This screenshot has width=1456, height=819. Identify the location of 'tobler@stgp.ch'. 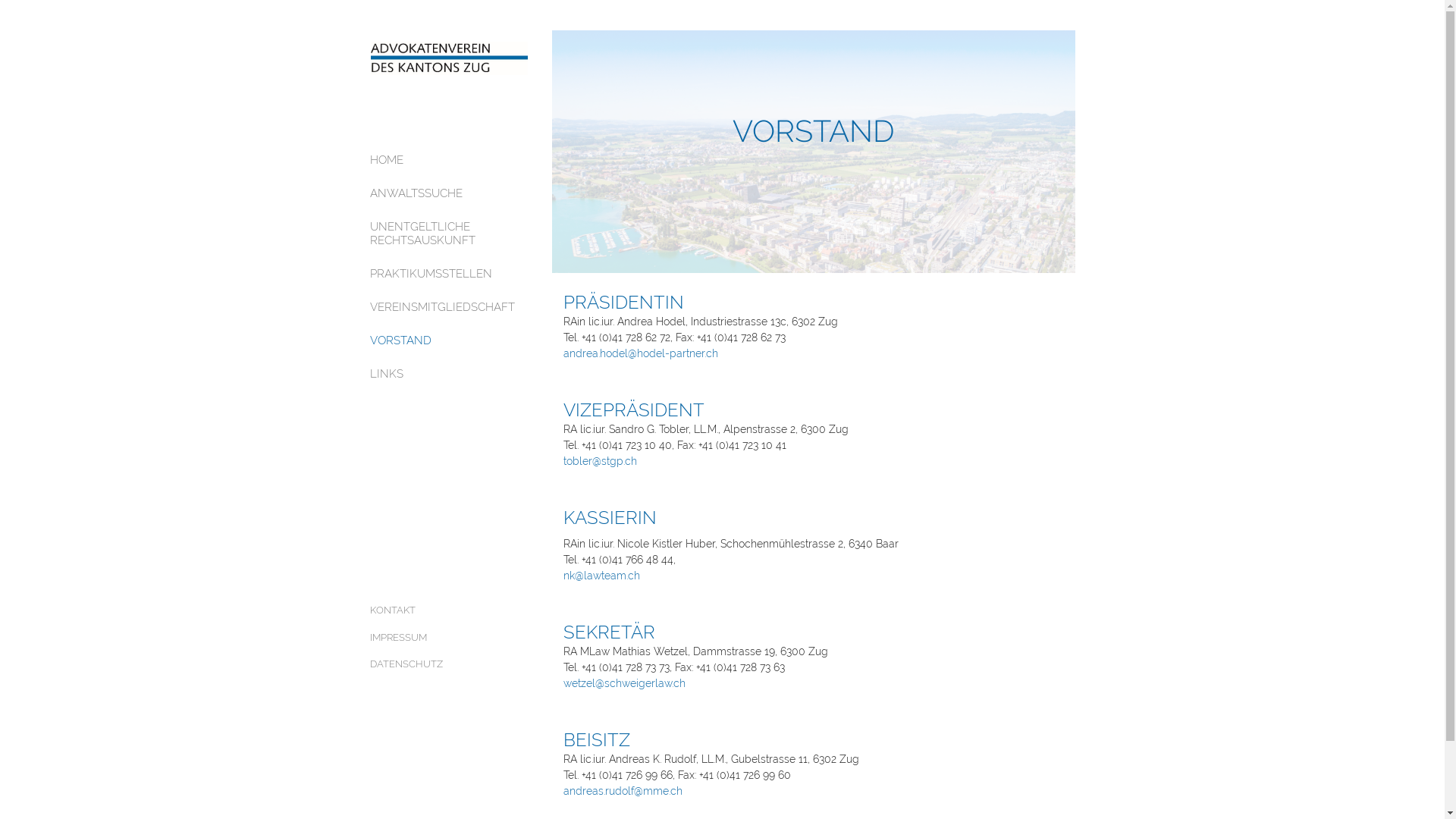
(598, 460).